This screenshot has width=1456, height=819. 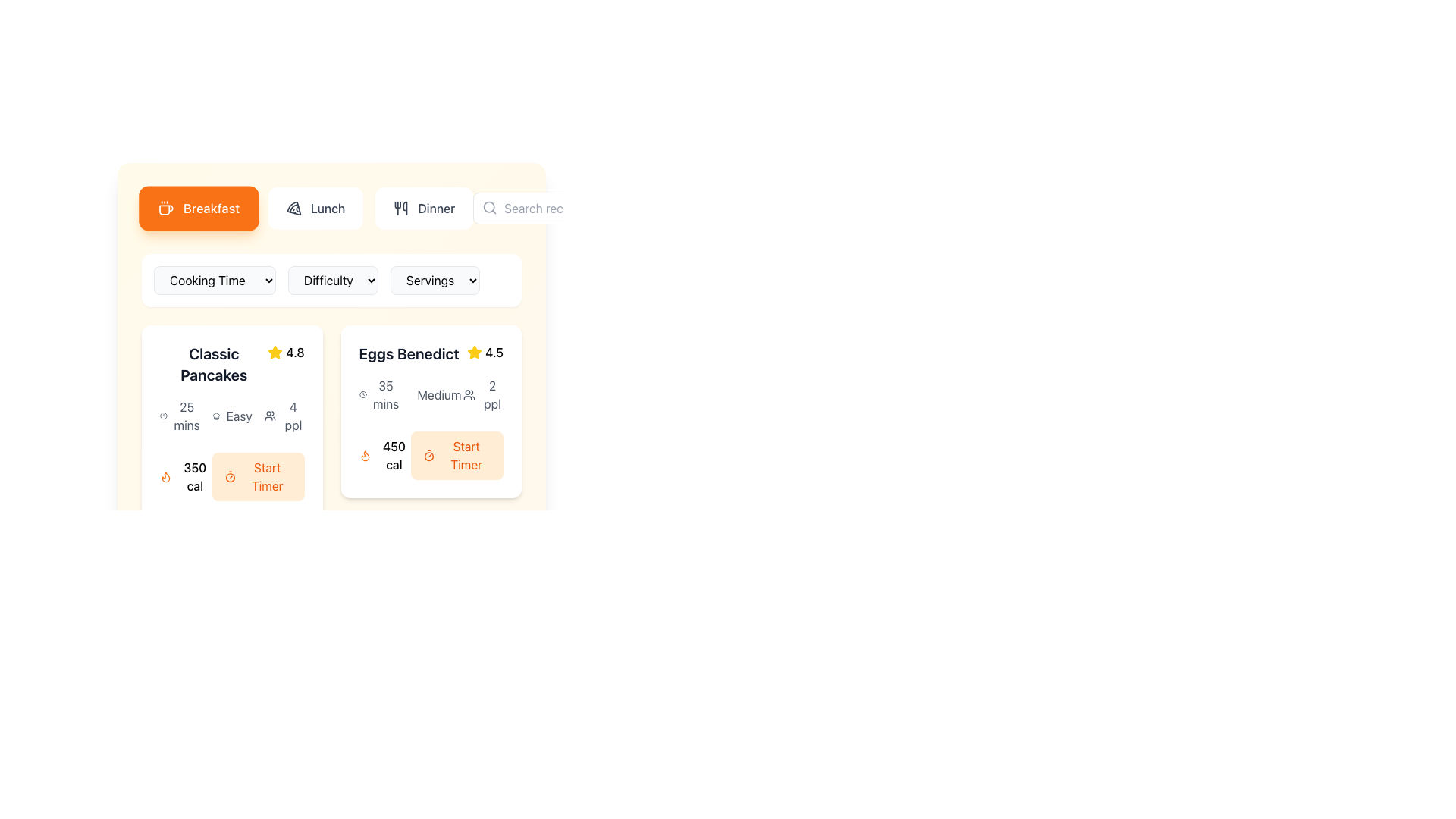 What do you see at coordinates (286, 353) in the screenshot?
I see `the rating indicator element for 'Classic Pancakes', which consists of a star icon and a numerical value indicating the rating, located at the top-right corner of the card` at bounding box center [286, 353].